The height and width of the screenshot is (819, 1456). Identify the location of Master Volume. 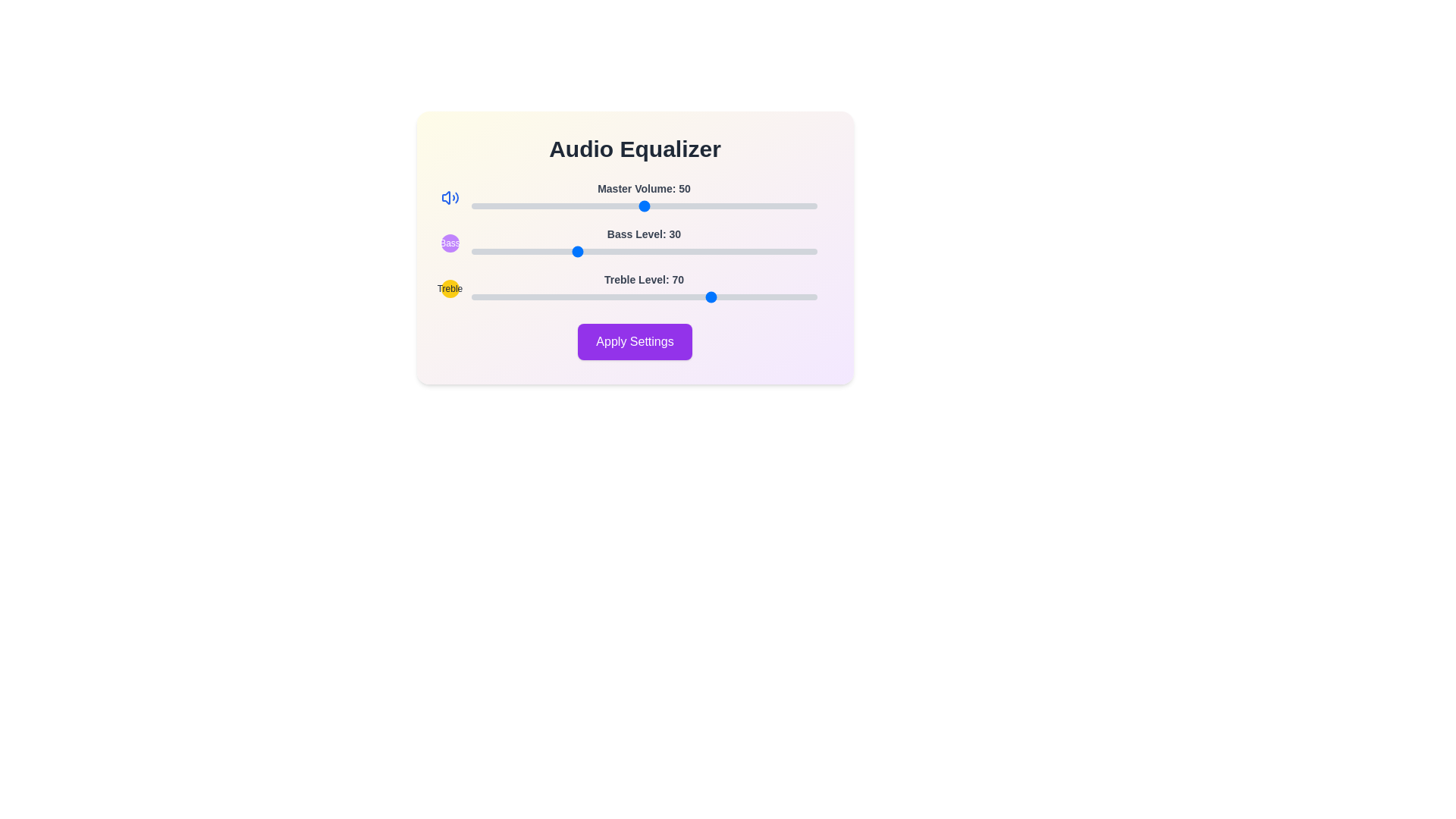
(560, 206).